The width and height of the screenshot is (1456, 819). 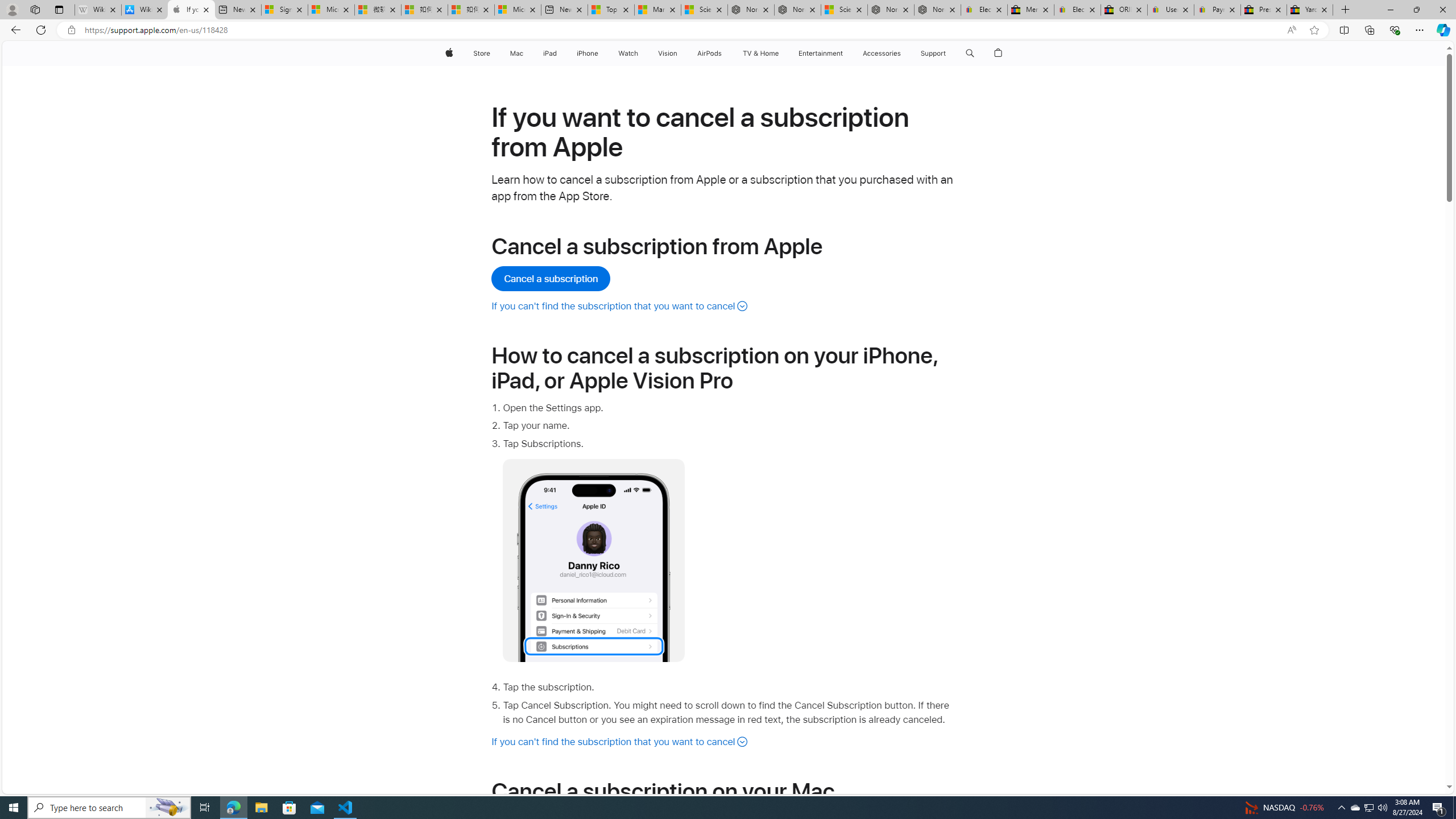 What do you see at coordinates (881, 53) in the screenshot?
I see `'Accessories'` at bounding box center [881, 53].